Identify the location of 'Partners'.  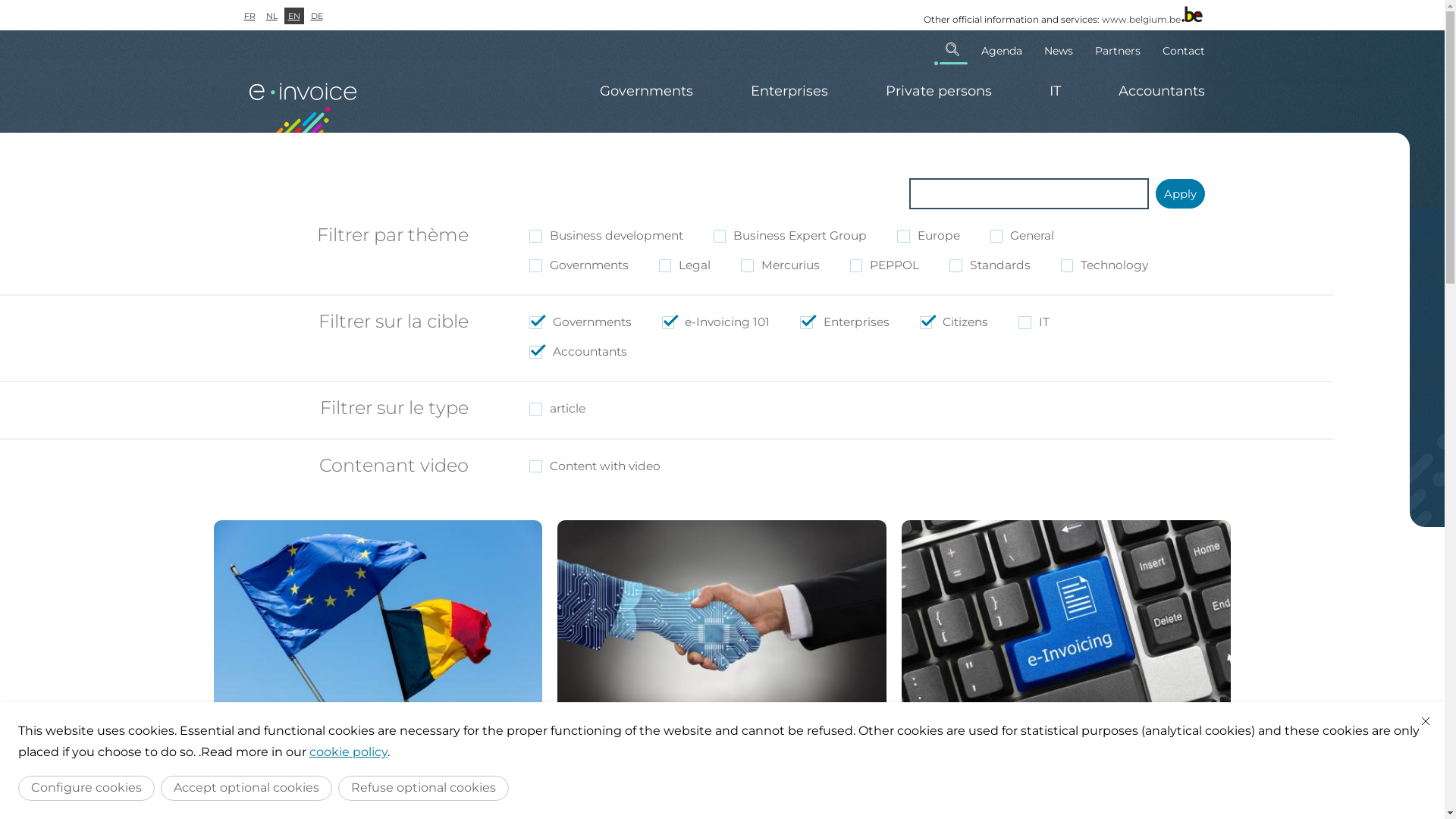
(1117, 49).